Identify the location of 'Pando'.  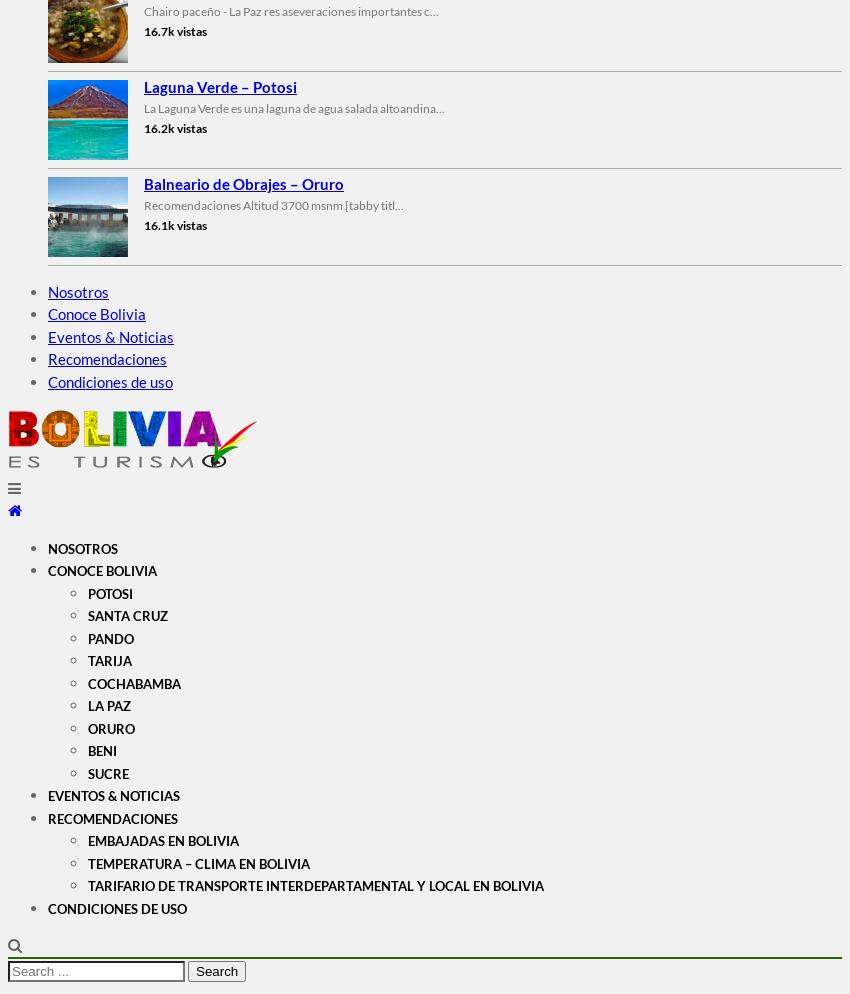
(86, 637).